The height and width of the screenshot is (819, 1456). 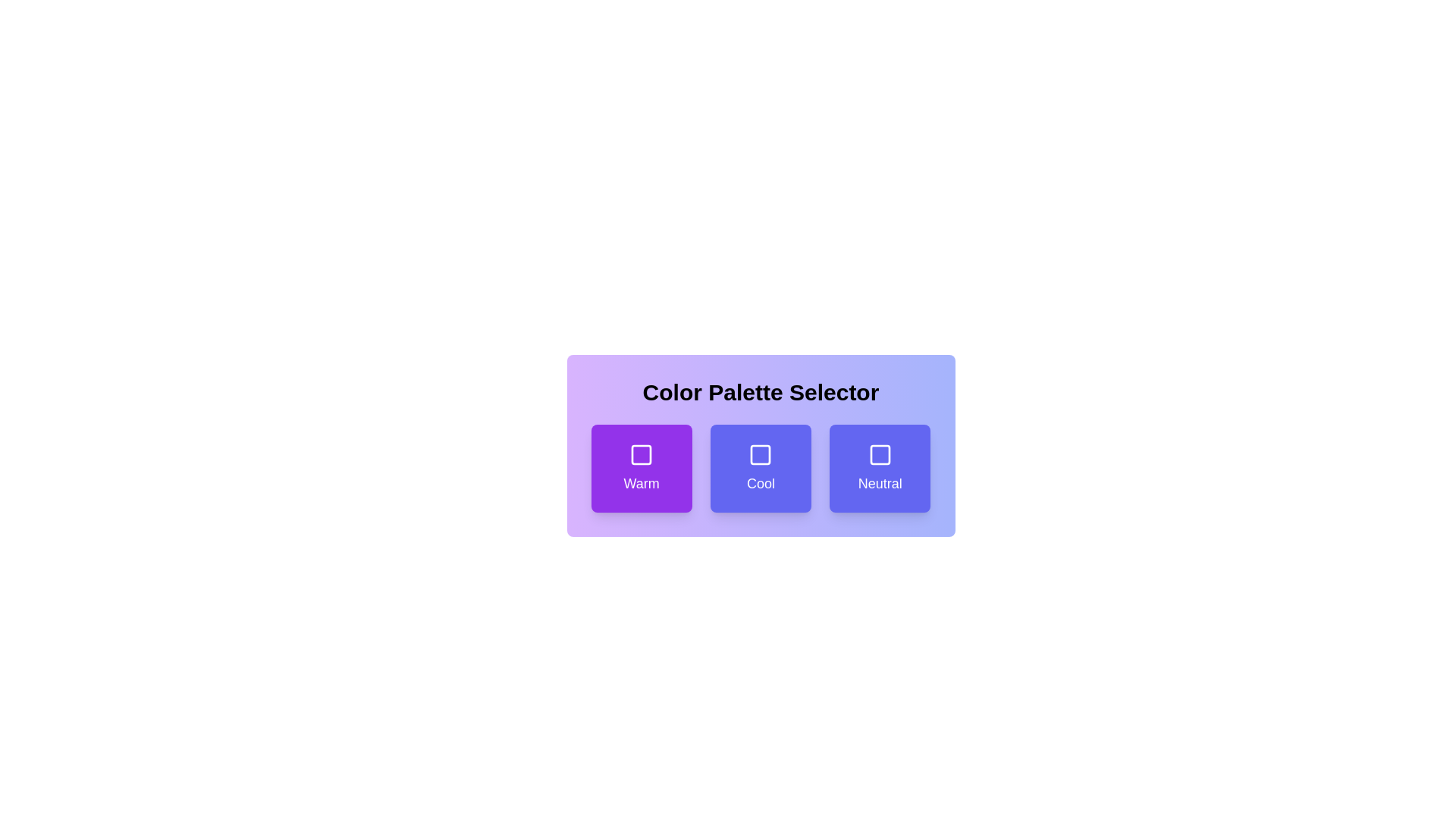 What do you see at coordinates (761, 467) in the screenshot?
I see `the Cool button to see the hover effect` at bounding box center [761, 467].